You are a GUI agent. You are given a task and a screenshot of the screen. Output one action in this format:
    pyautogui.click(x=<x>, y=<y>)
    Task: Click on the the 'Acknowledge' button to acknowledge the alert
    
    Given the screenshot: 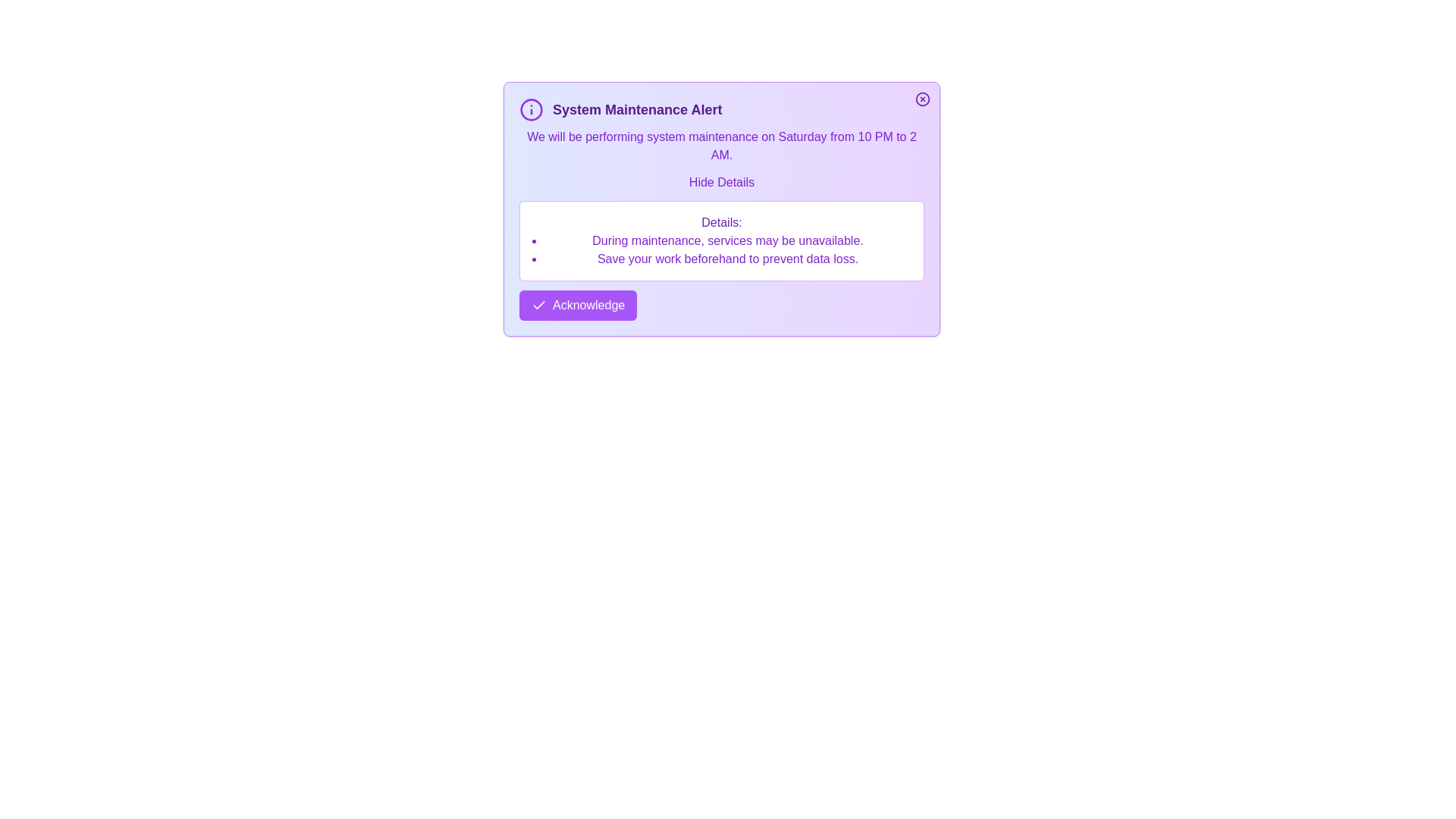 What is the action you would take?
    pyautogui.click(x=577, y=305)
    